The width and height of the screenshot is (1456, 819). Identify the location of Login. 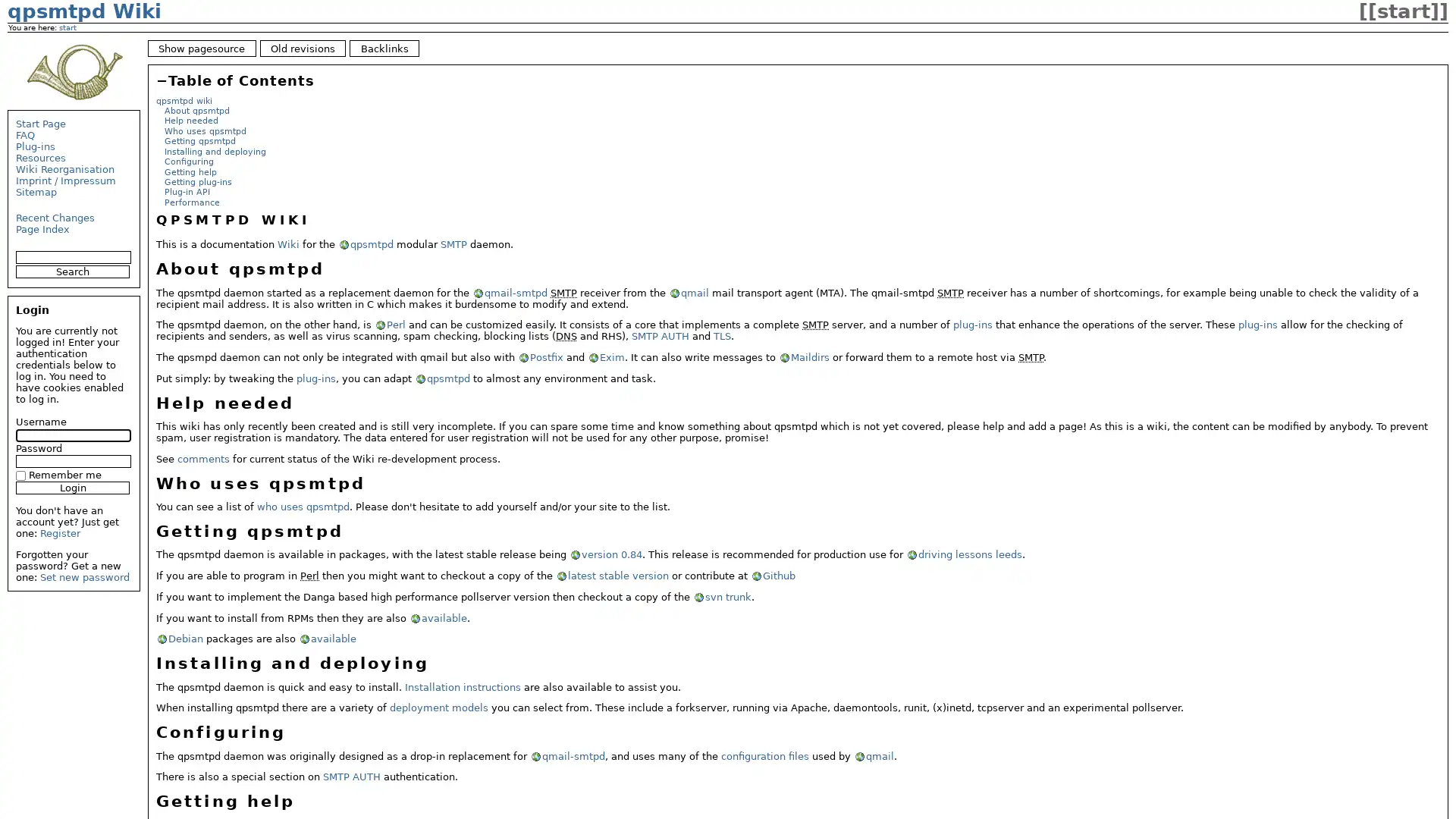
(72, 488).